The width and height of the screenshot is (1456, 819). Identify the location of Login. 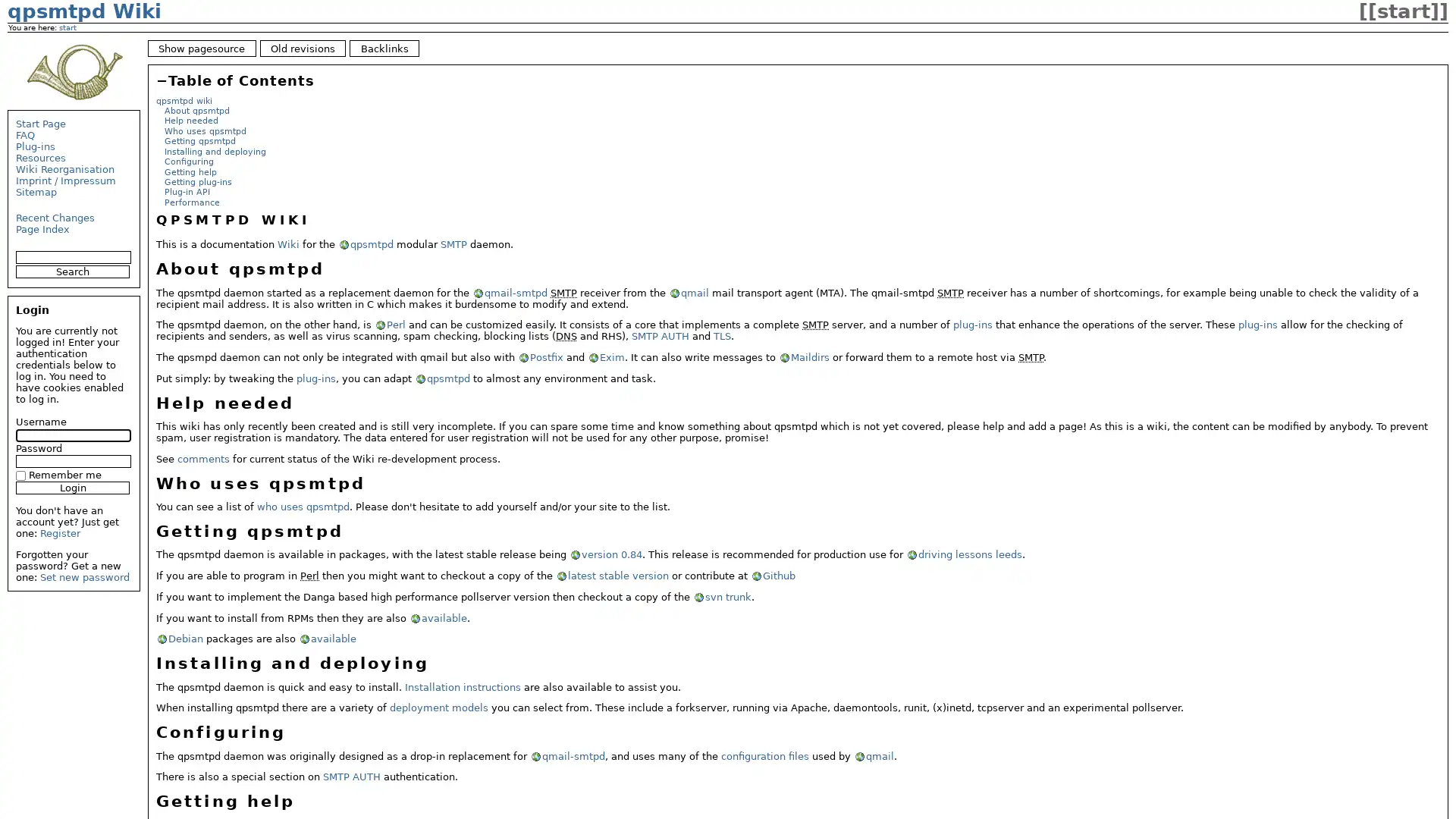
(72, 488).